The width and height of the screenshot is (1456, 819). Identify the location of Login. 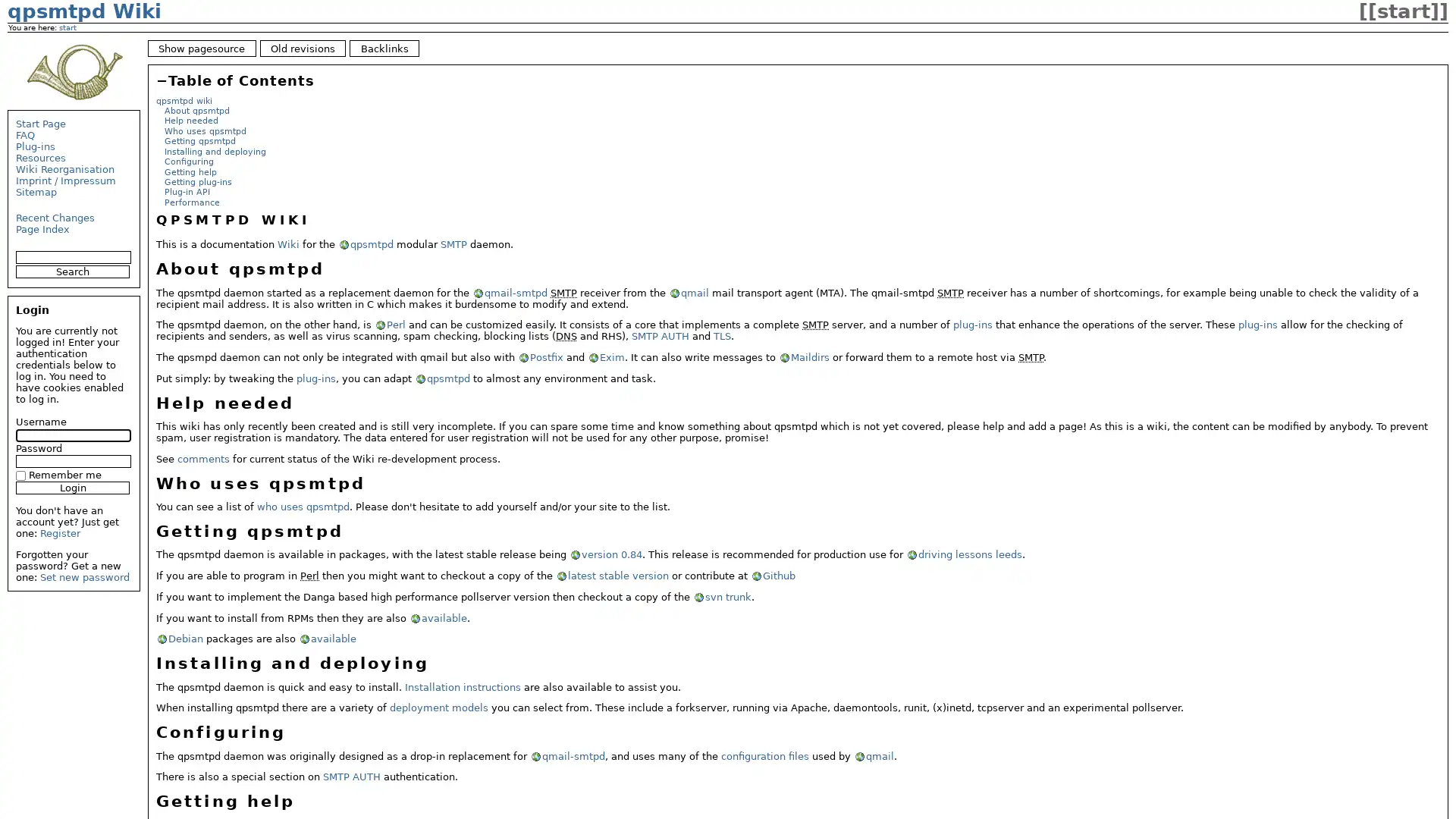
(72, 488).